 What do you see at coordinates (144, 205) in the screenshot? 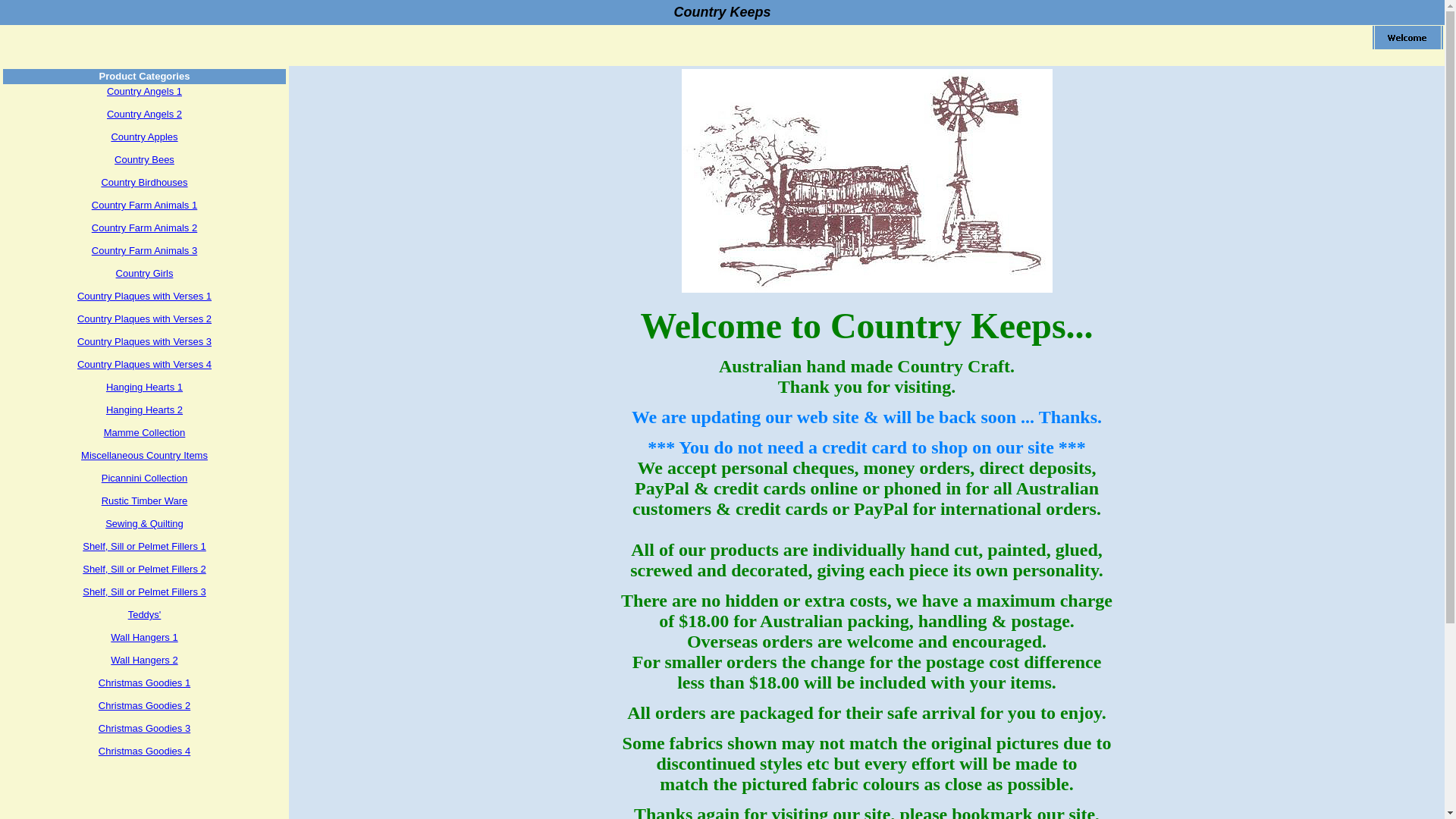
I see `'Country Farm Animals 1'` at bounding box center [144, 205].